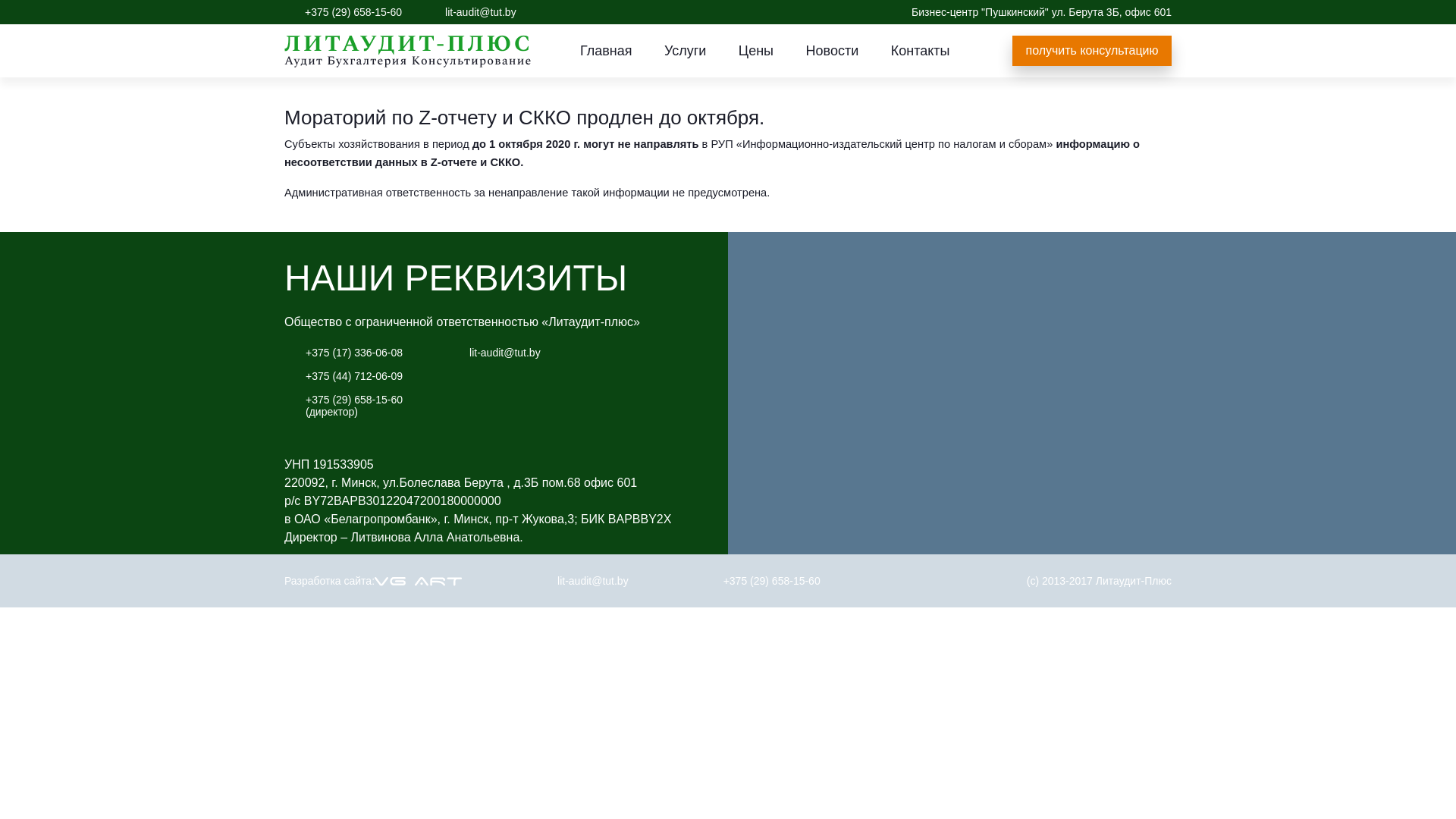  Describe the element at coordinates (353, 353) in the screenshot. I see `'+375 (17) 336-06-08'` at that location.